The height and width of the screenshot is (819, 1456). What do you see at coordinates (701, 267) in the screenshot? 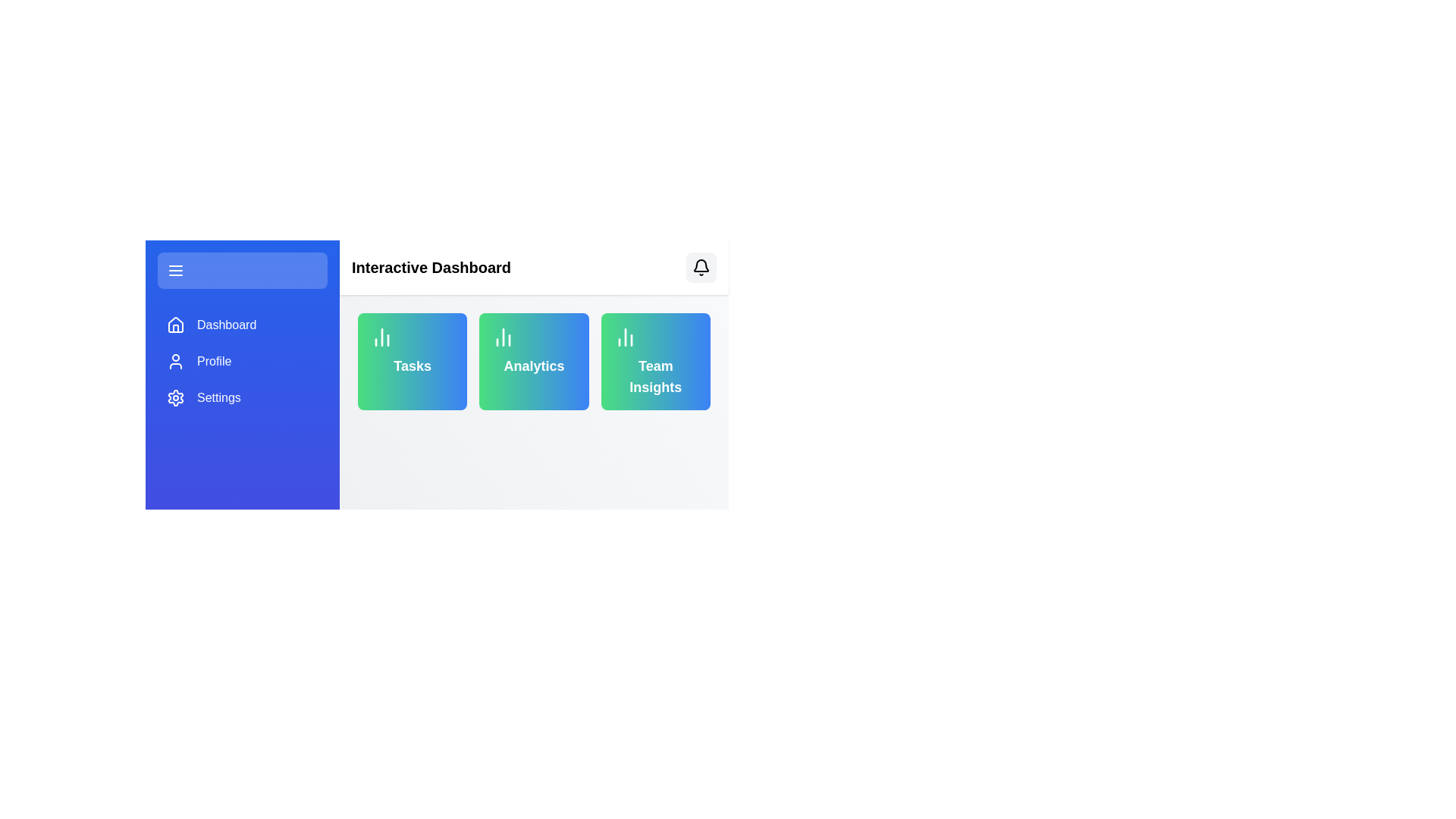
I see `the notification bell icon located in the top-right corner of the dashboard header section` at bounding box center [701, 267].